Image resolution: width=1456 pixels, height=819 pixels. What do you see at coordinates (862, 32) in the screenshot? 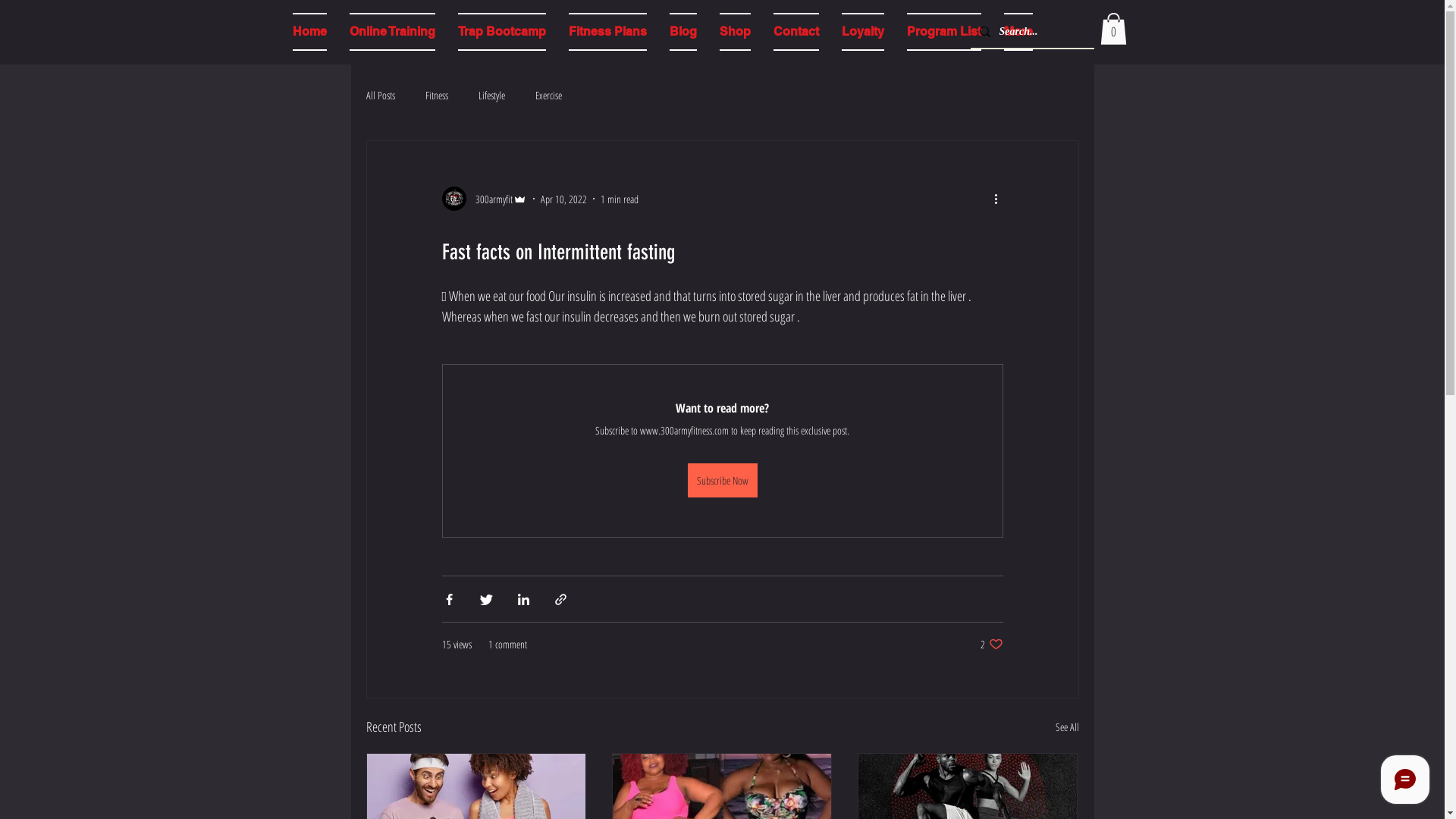
I see `'Loyalty'` at bounding box center [862, 32].